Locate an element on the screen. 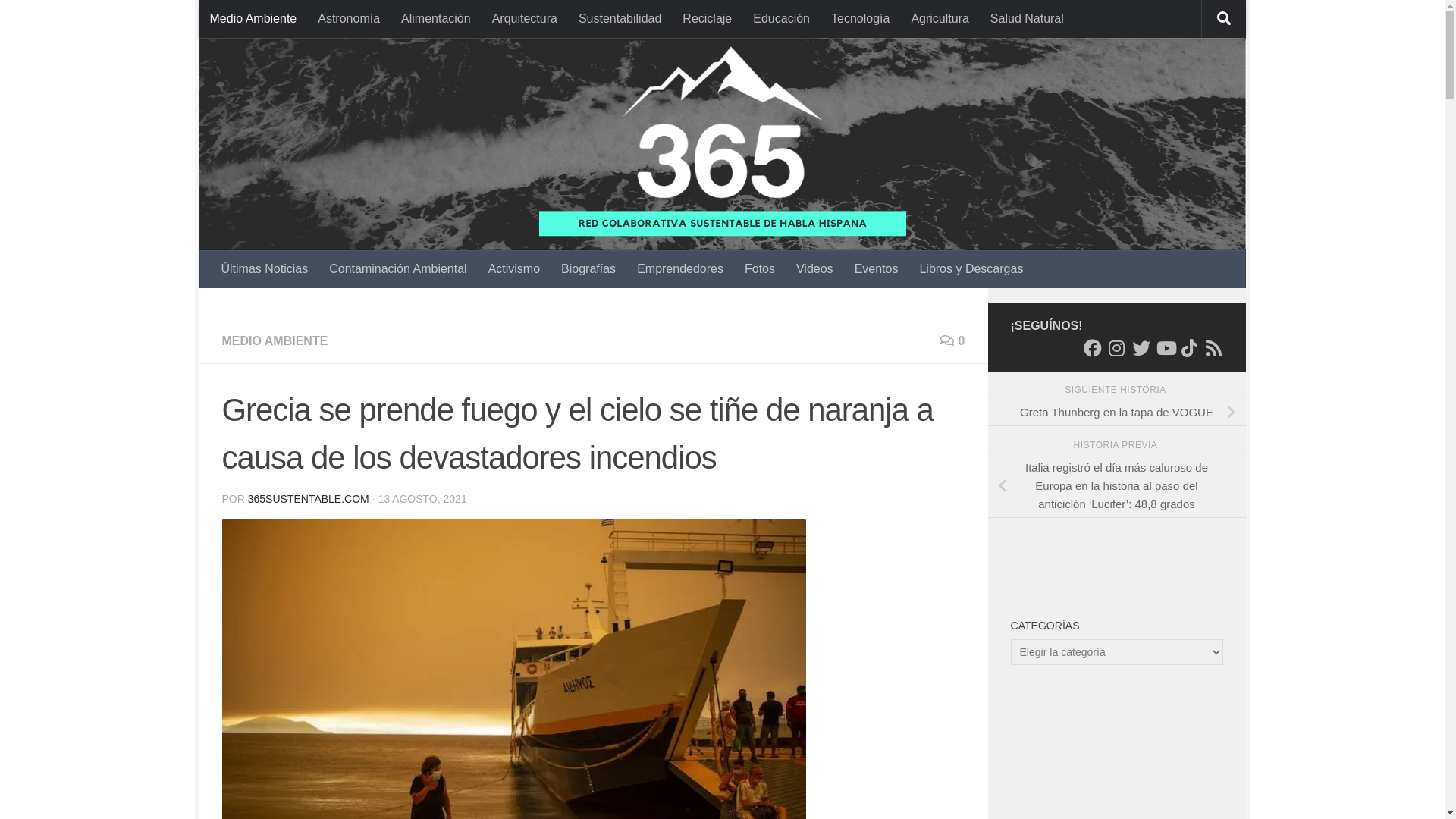 Image resolution: width=1456 pixels, height=819 pixels. 'Fotos' is located at coordinates (760, 268).